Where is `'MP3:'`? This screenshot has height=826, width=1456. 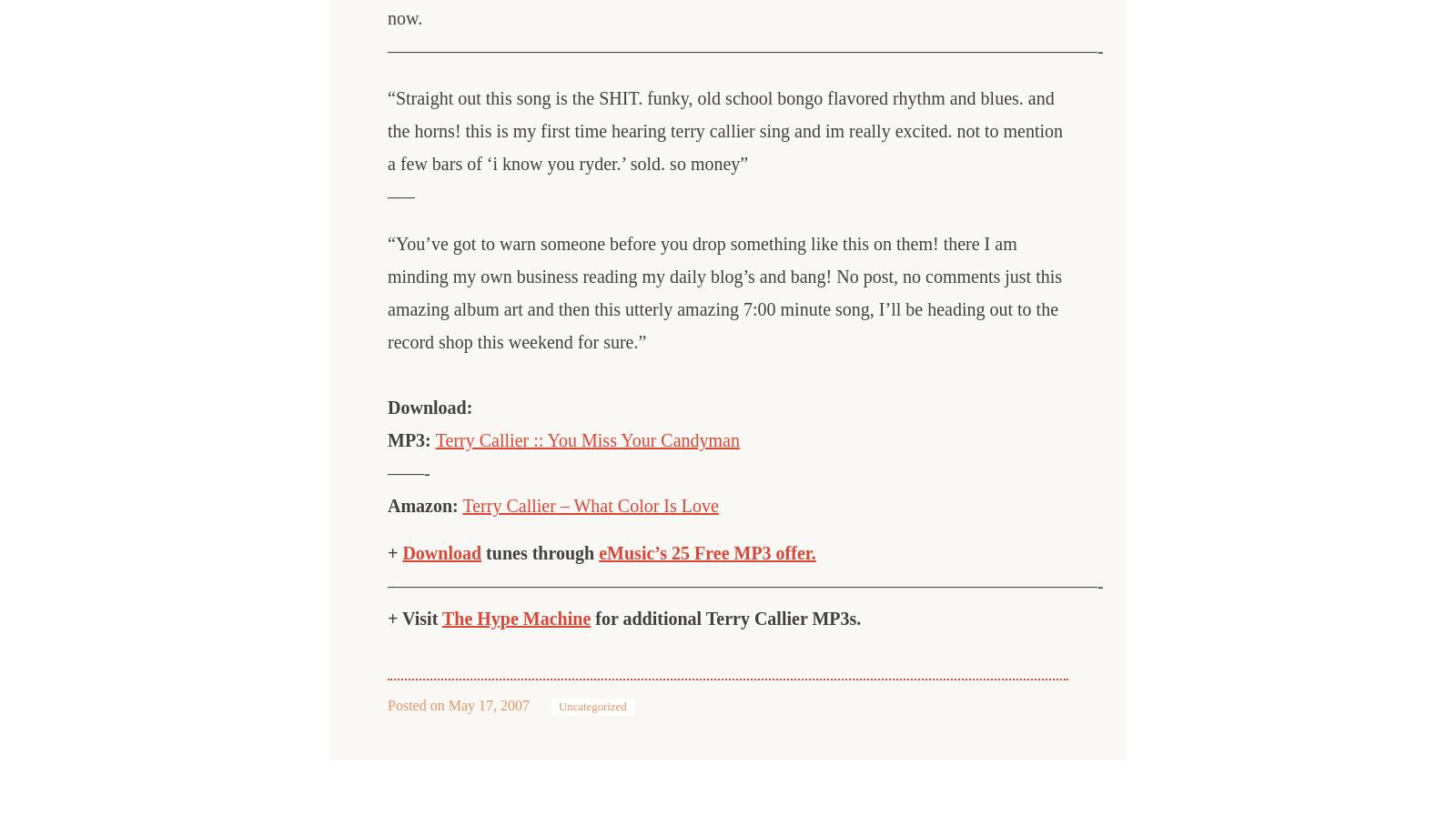
'MP3:' is located at coordinates (386, 438).